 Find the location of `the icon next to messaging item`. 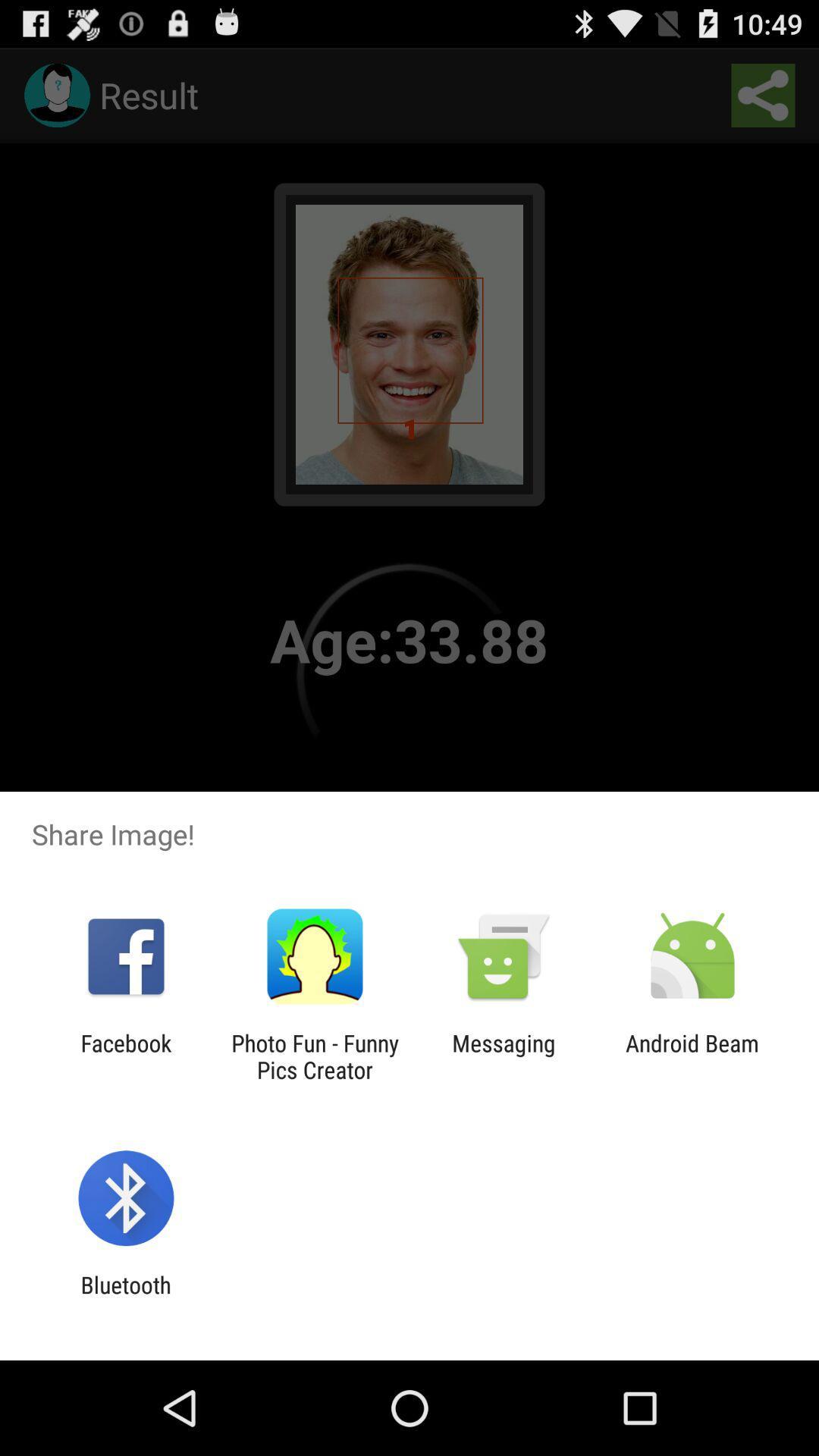

the icon next to messaging item is located at coordinates (692, 1056).